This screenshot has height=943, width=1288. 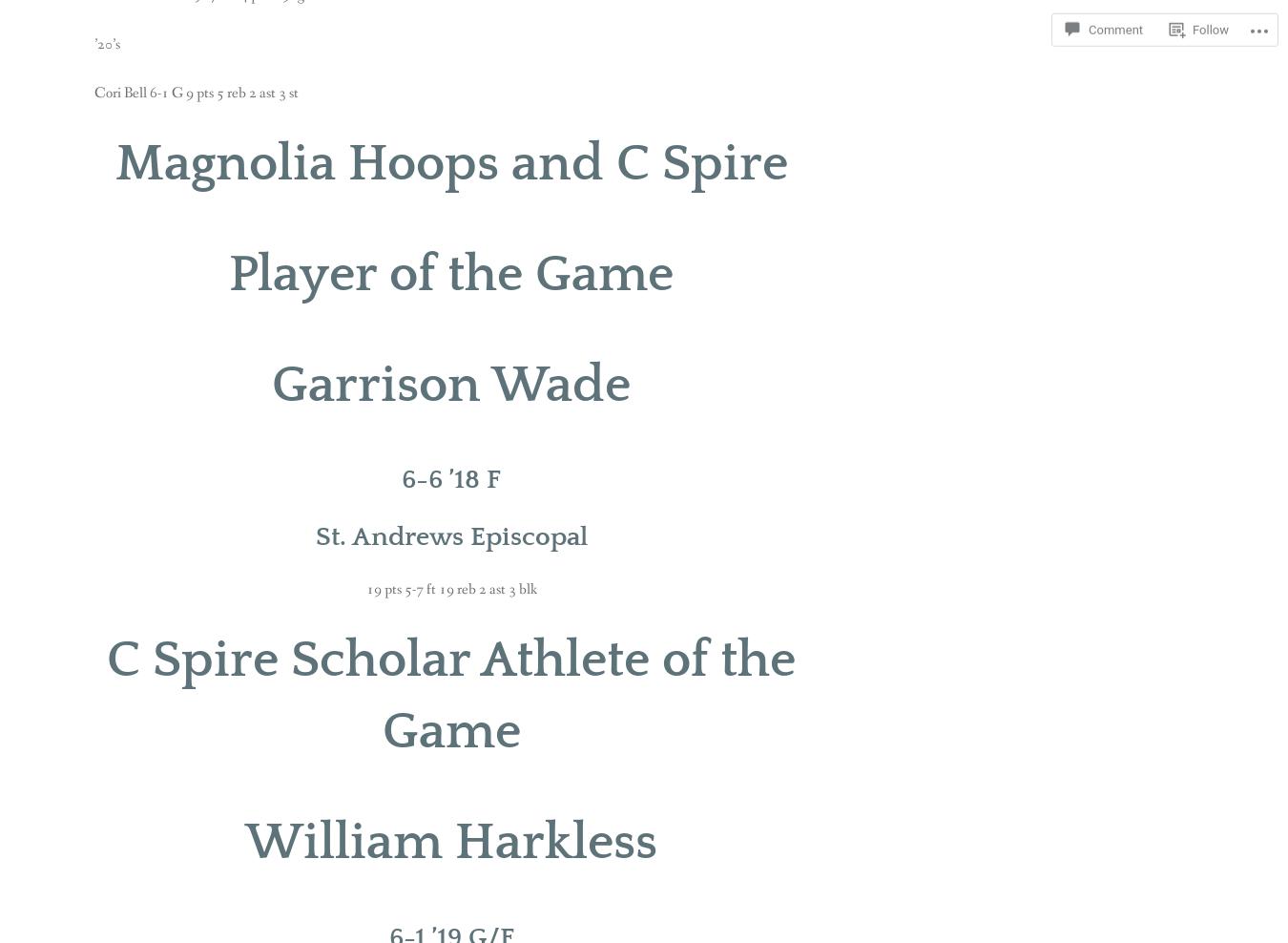 I want to click on 'Cori Bell 6-1 G 9 pts 5 reb 2 ast 3 st', so click(x=197, y=92).